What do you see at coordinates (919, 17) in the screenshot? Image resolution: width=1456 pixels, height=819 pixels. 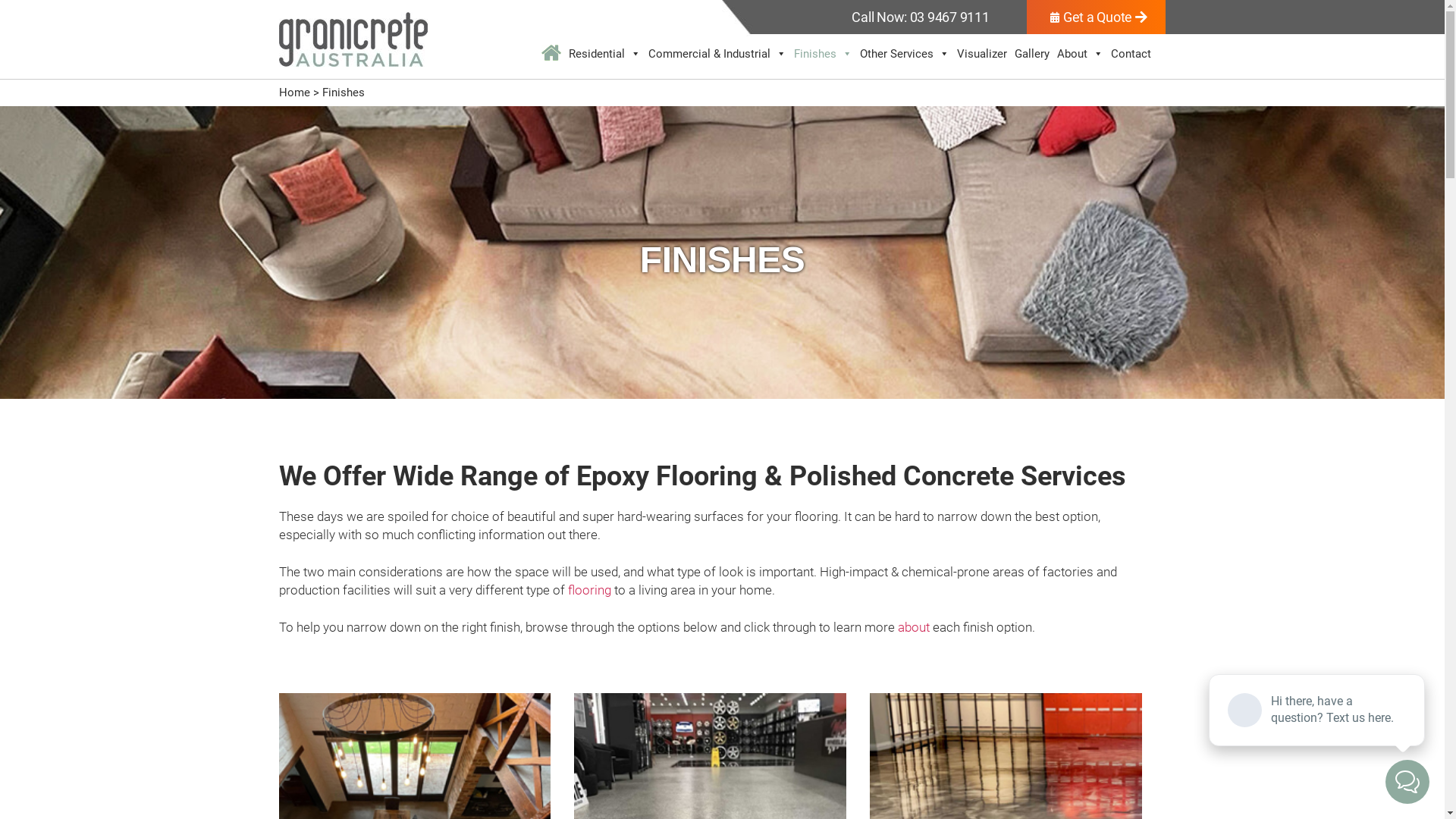 I see `'Call Now: 03 9467 9111'` at bounding box center [919, 17].